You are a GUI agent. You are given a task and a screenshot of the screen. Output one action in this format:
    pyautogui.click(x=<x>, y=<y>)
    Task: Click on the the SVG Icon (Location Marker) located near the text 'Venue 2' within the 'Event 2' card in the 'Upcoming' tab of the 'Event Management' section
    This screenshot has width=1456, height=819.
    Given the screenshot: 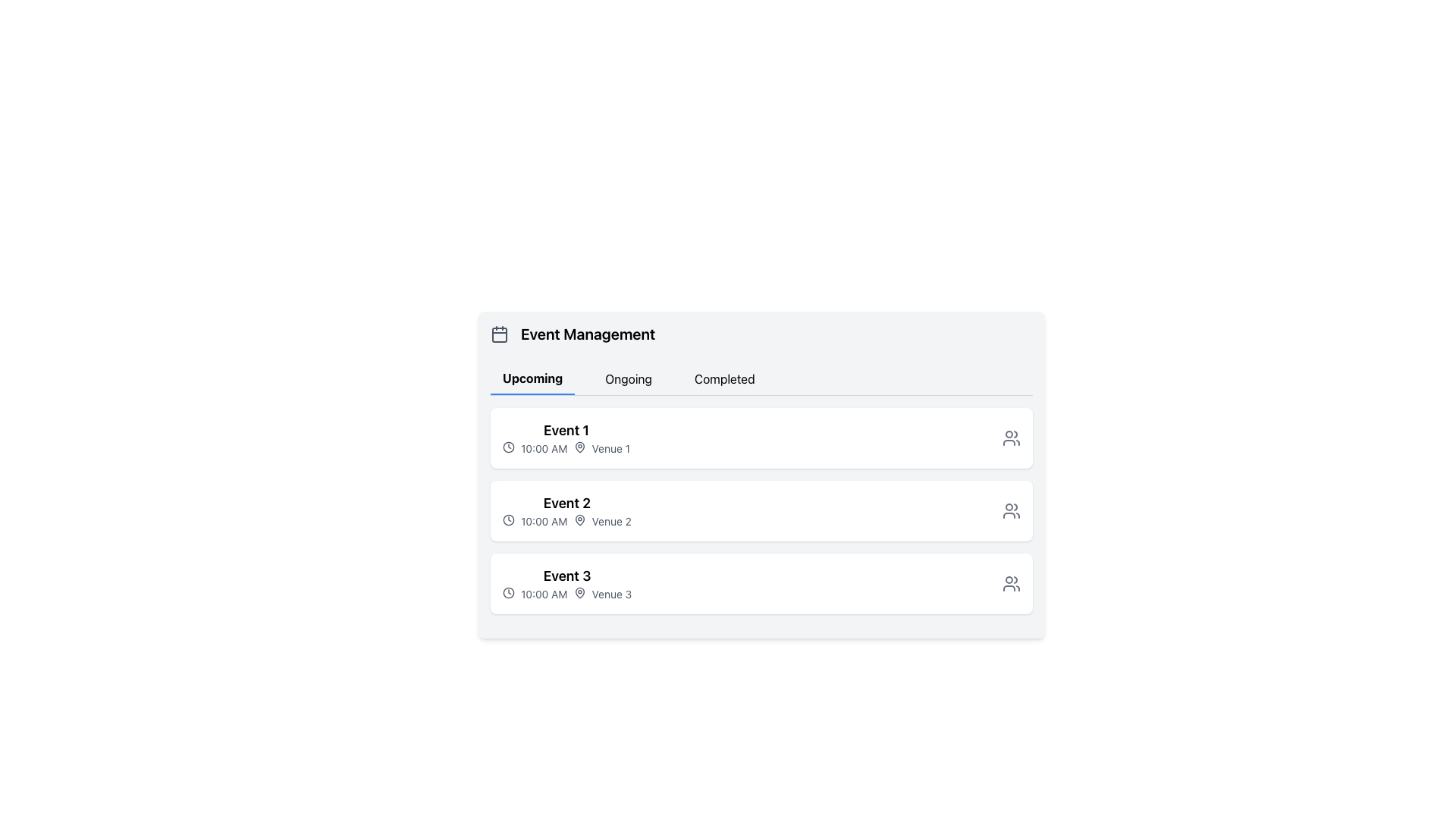 What is the action you would take?
    pyautogui.click(x=579, y=519)
    